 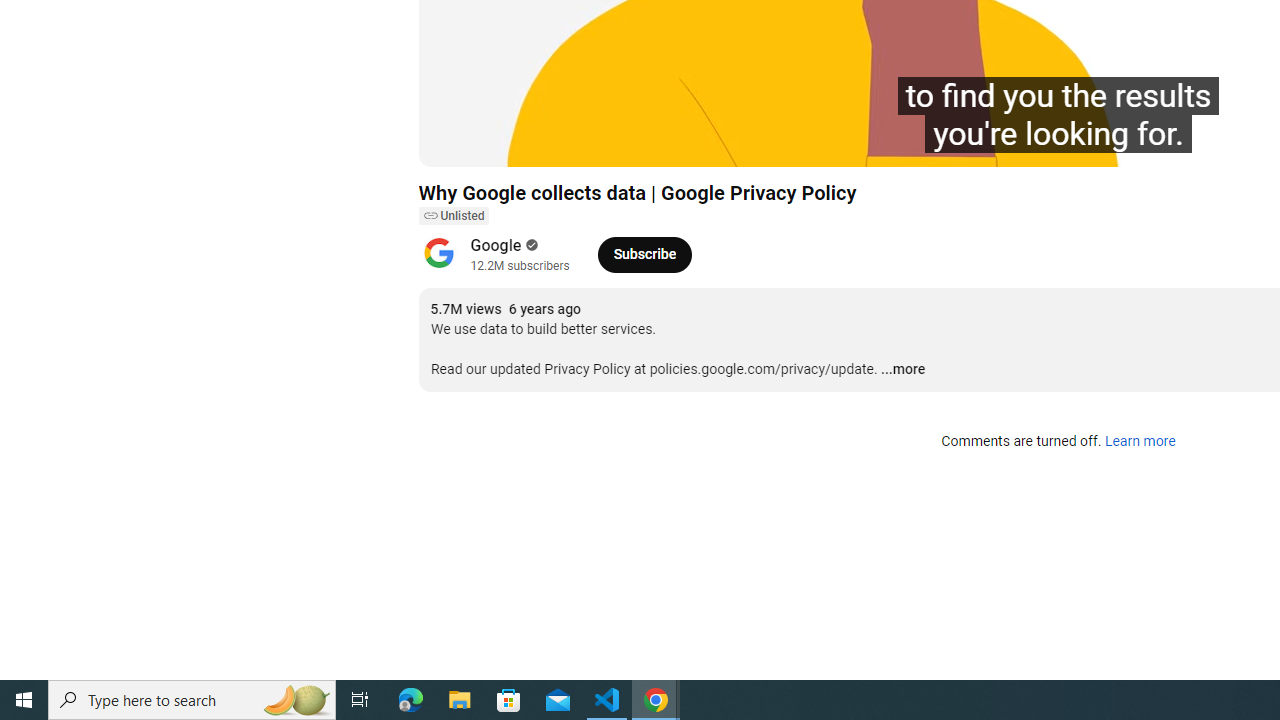 What do you see at coordinates (1139, 441) in the screenshot?
I see `'Learn more'` at bounding box center [1139, 441].